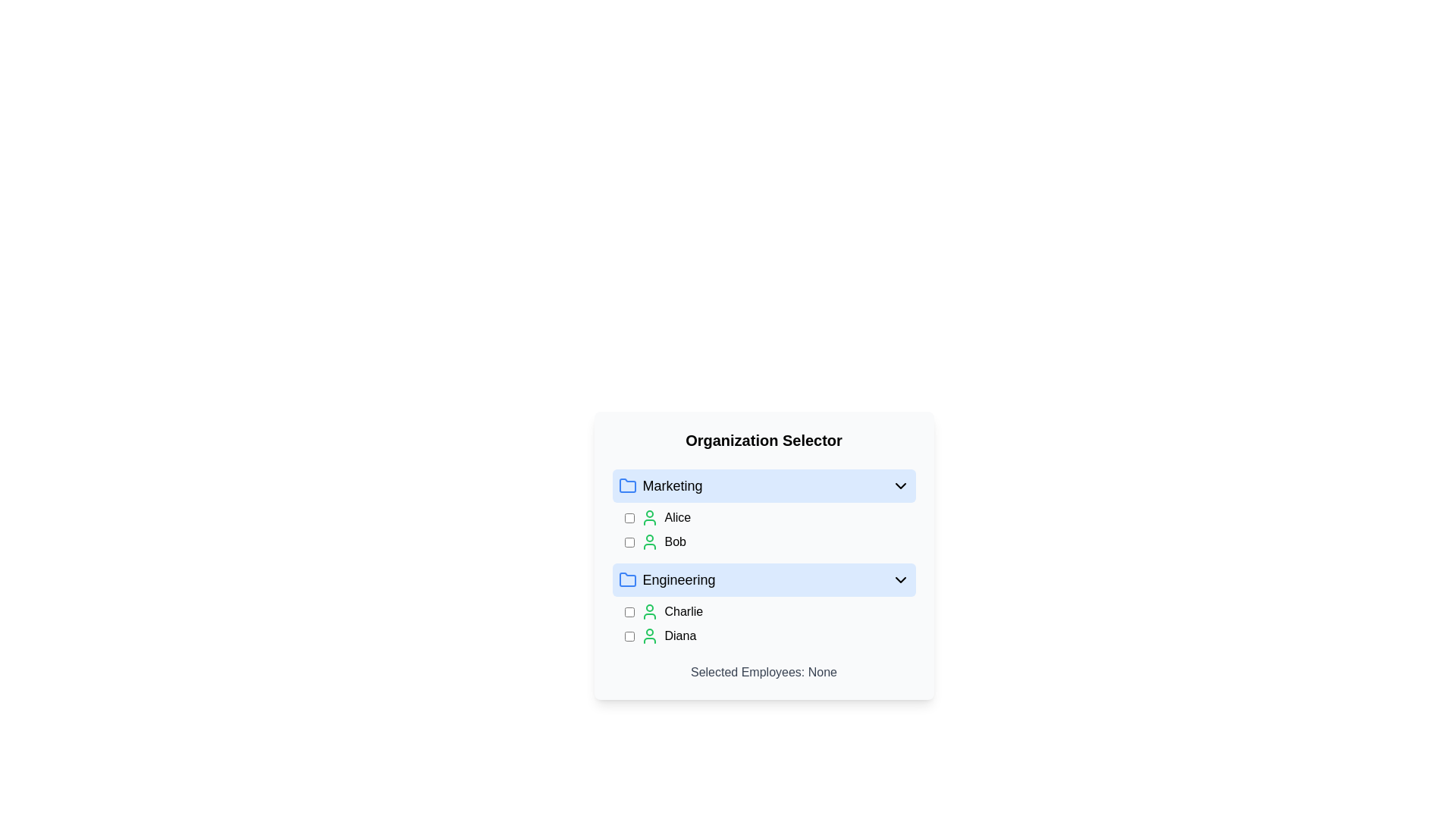 This screenshot has height=819, width=1456. Describe the element at coordinates (667, 579) in the screenshot. I see `the 'Engineering' folder item in the organization selector` at that location.